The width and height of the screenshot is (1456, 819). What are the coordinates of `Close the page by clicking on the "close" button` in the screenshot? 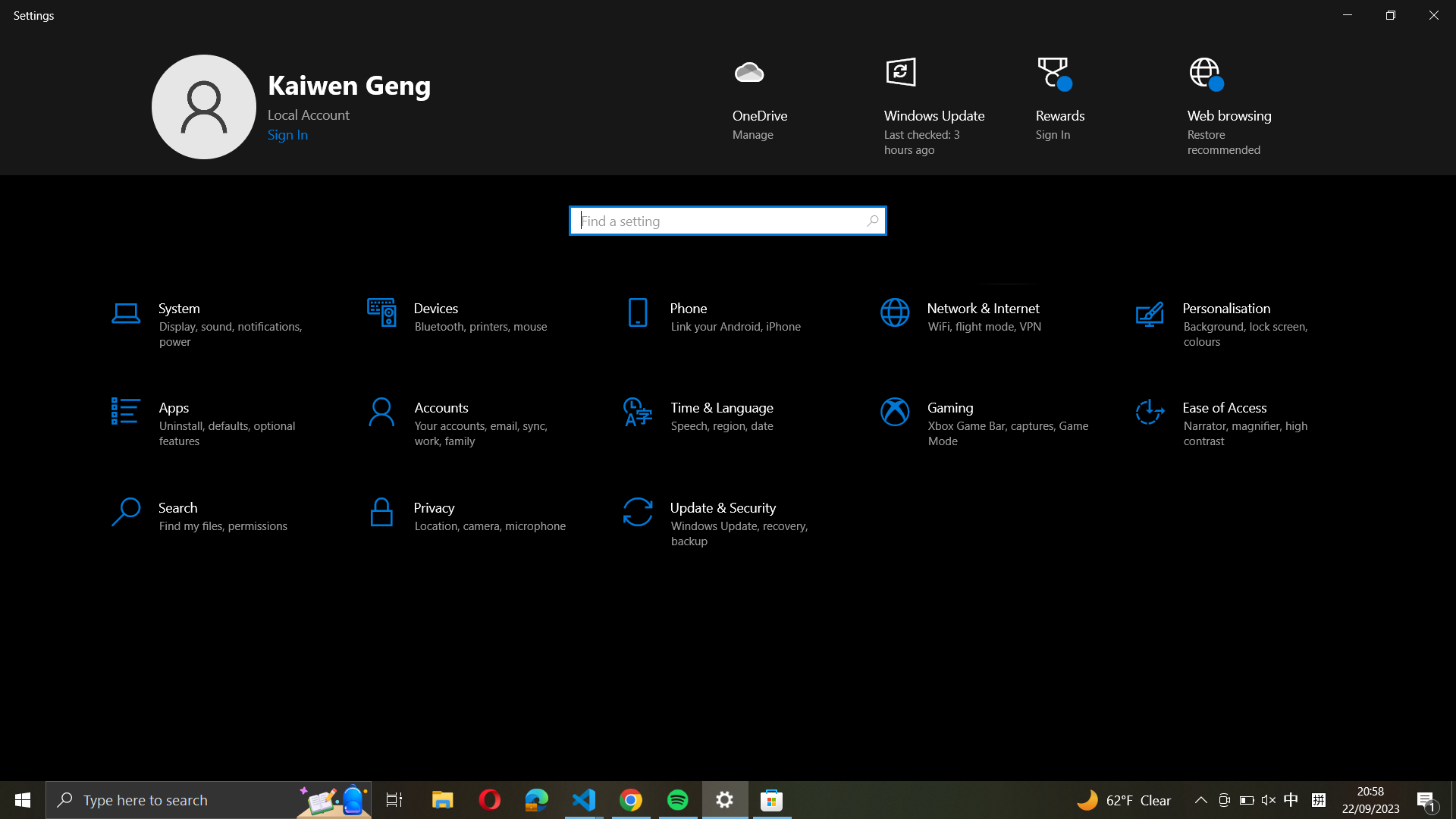 It's located at (1436, 15).